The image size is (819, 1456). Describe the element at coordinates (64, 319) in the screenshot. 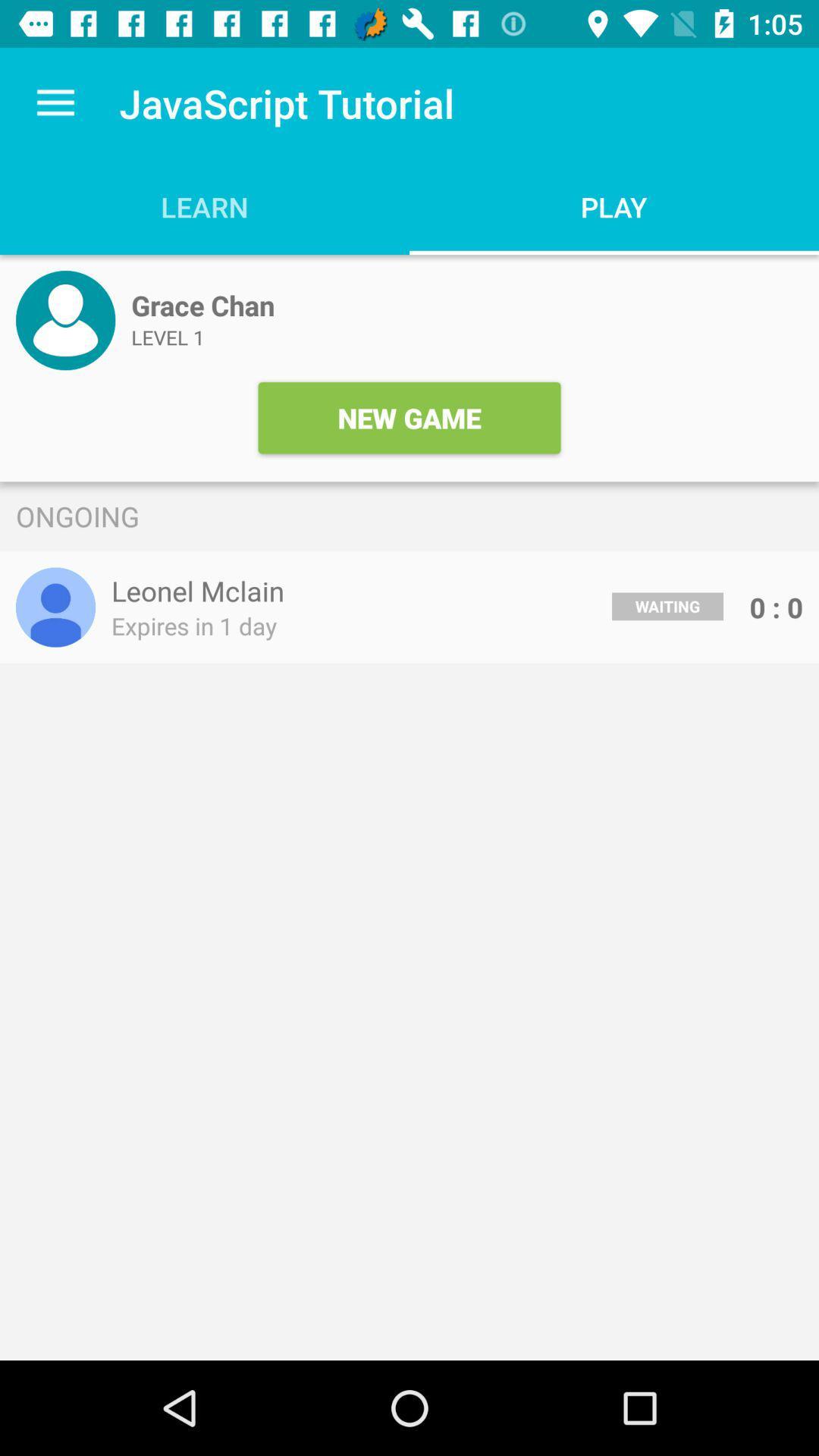

I see `the avatar icon` at that location.